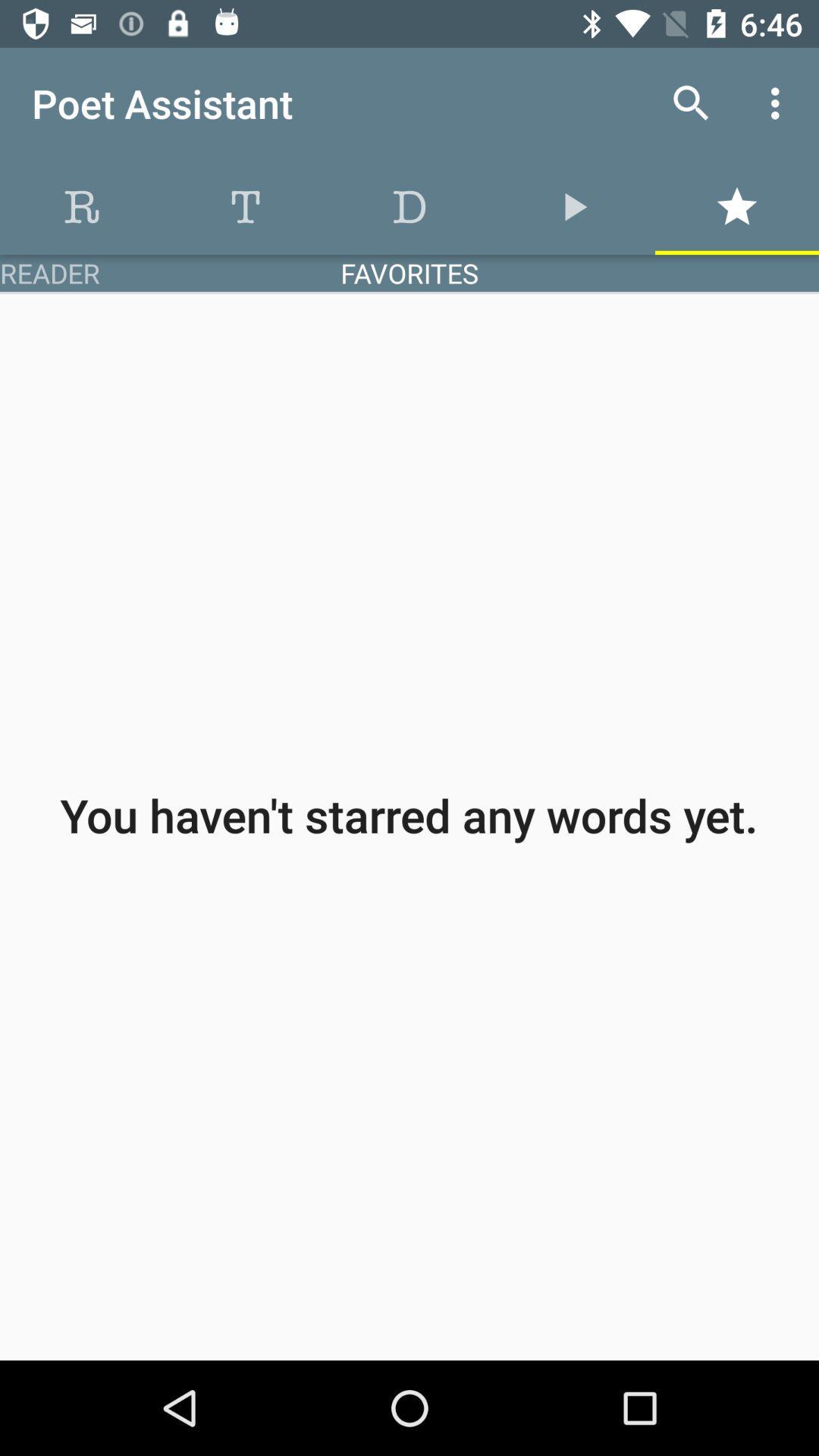  What do you see at coordinates (691, 103) in the screenshot?
I see `search icon in top right corner` at bounding box center [691, 103].